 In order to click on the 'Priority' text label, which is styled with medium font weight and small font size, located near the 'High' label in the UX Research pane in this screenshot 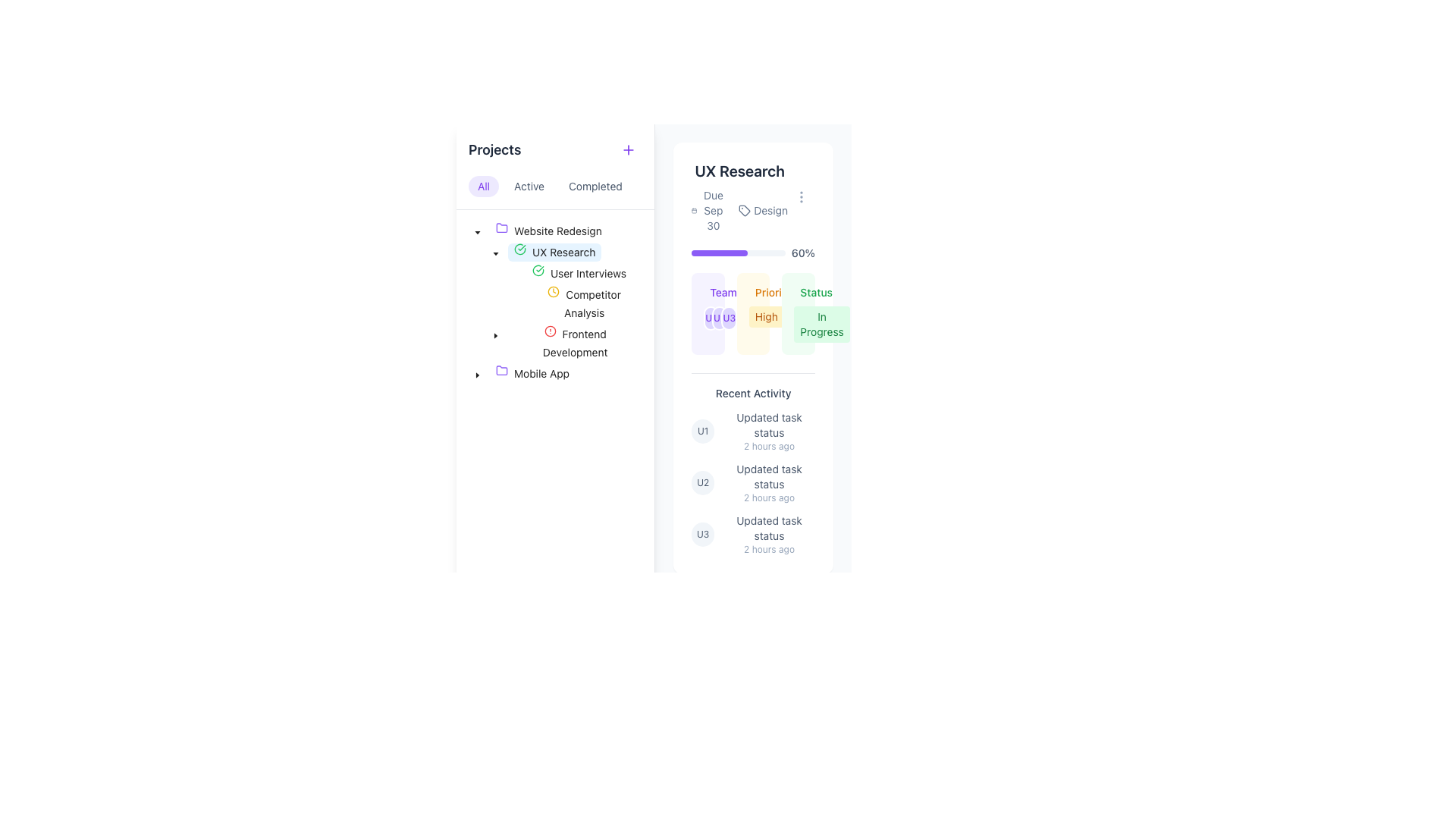, I will do `click(773, 292)`.